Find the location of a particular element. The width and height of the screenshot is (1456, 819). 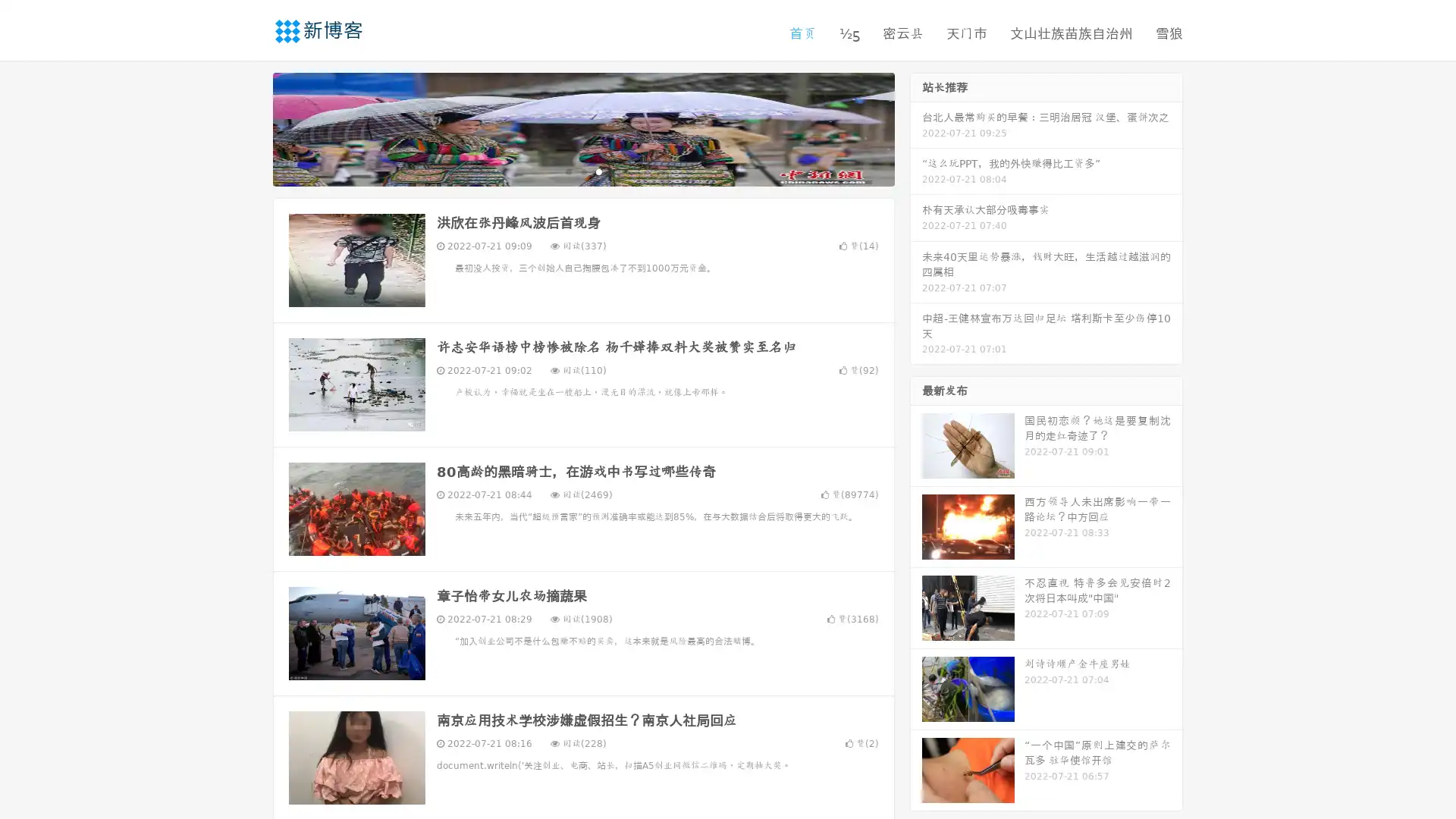

Go to slide 3 is located at coordinates (598, 171).